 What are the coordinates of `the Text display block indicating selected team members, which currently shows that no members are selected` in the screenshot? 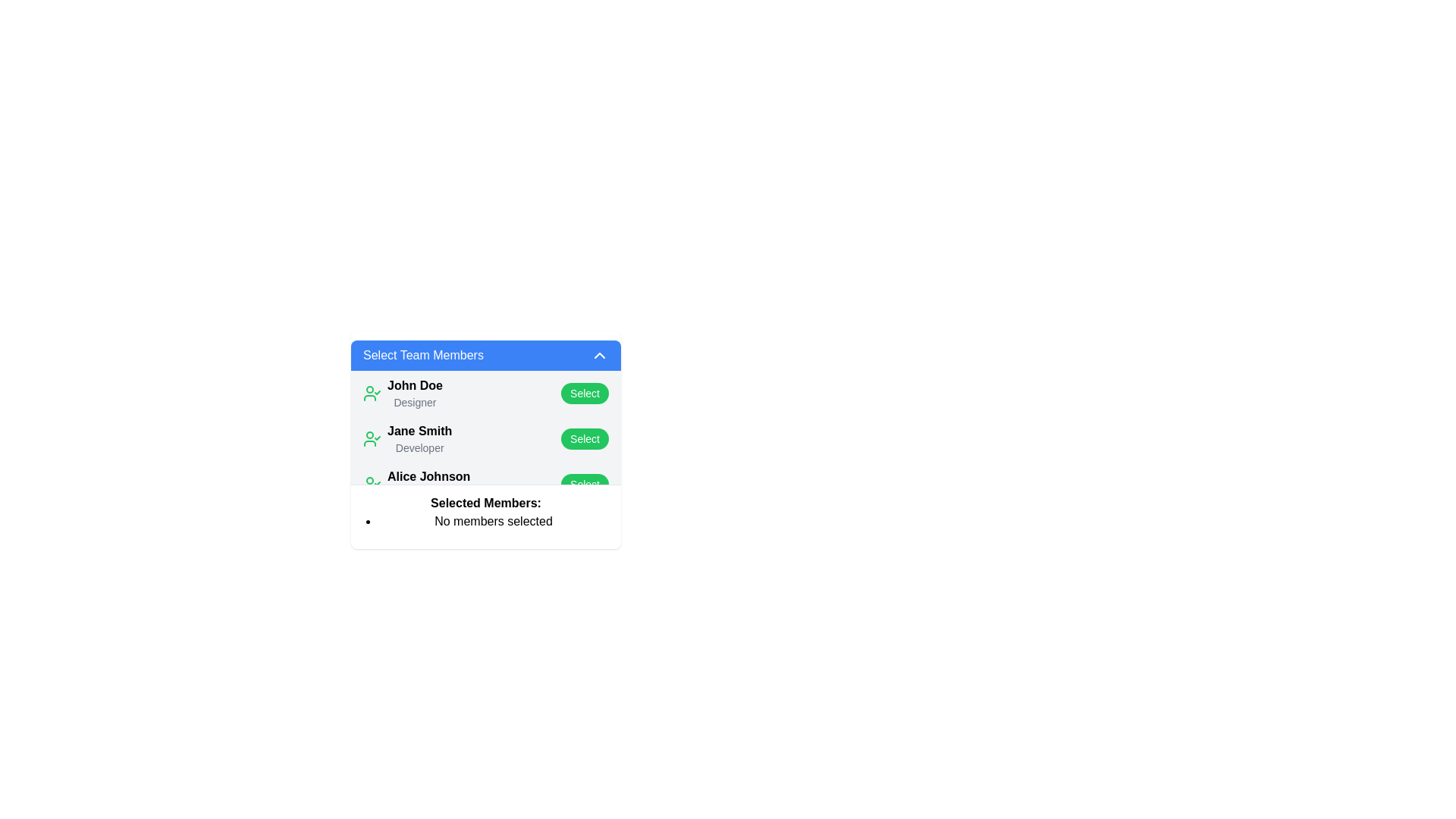 It's located at (486, 512).